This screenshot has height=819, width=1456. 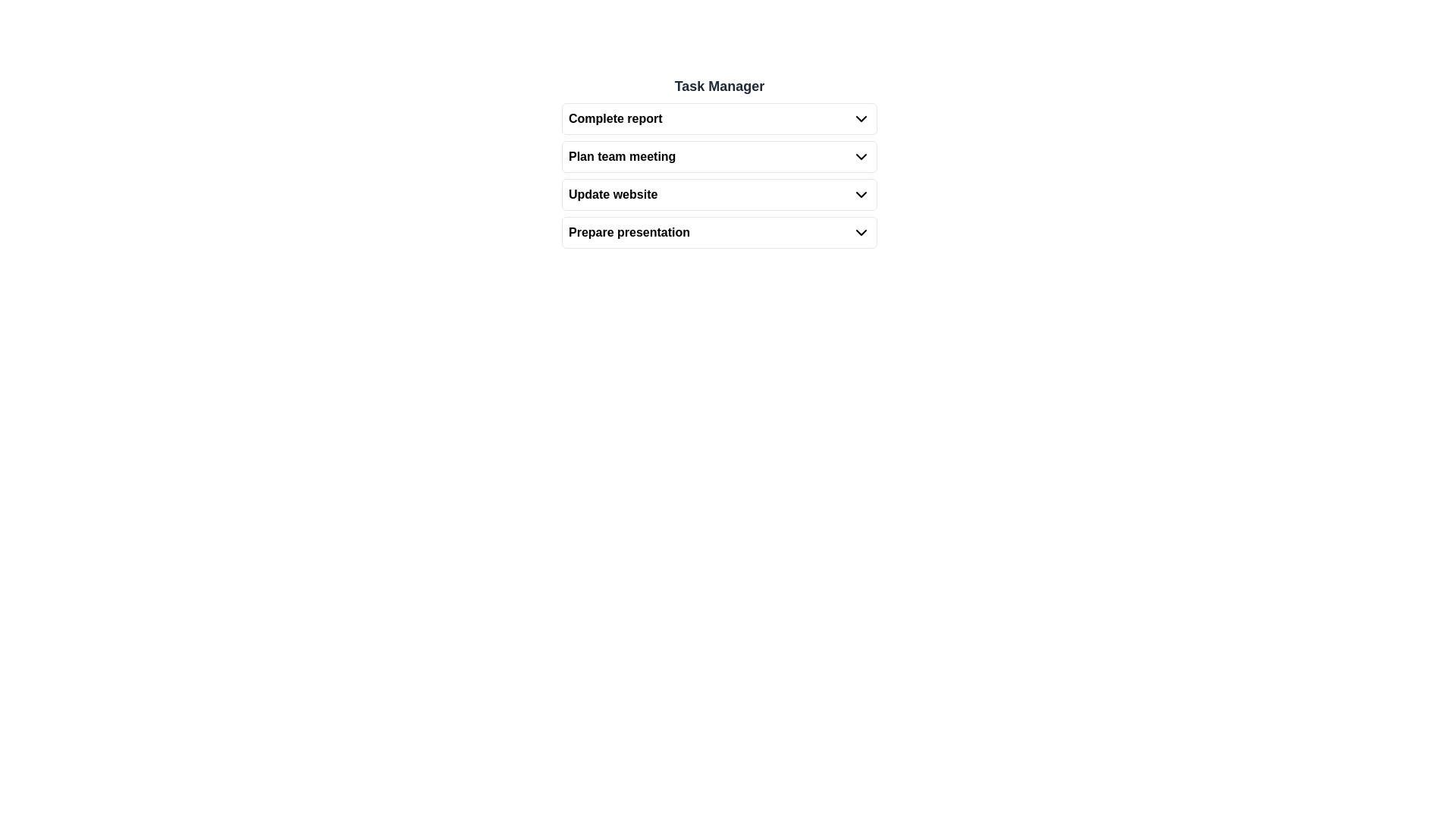 I want to click on the 'Complete report' dropdown menu, so click(x=719, y=118).